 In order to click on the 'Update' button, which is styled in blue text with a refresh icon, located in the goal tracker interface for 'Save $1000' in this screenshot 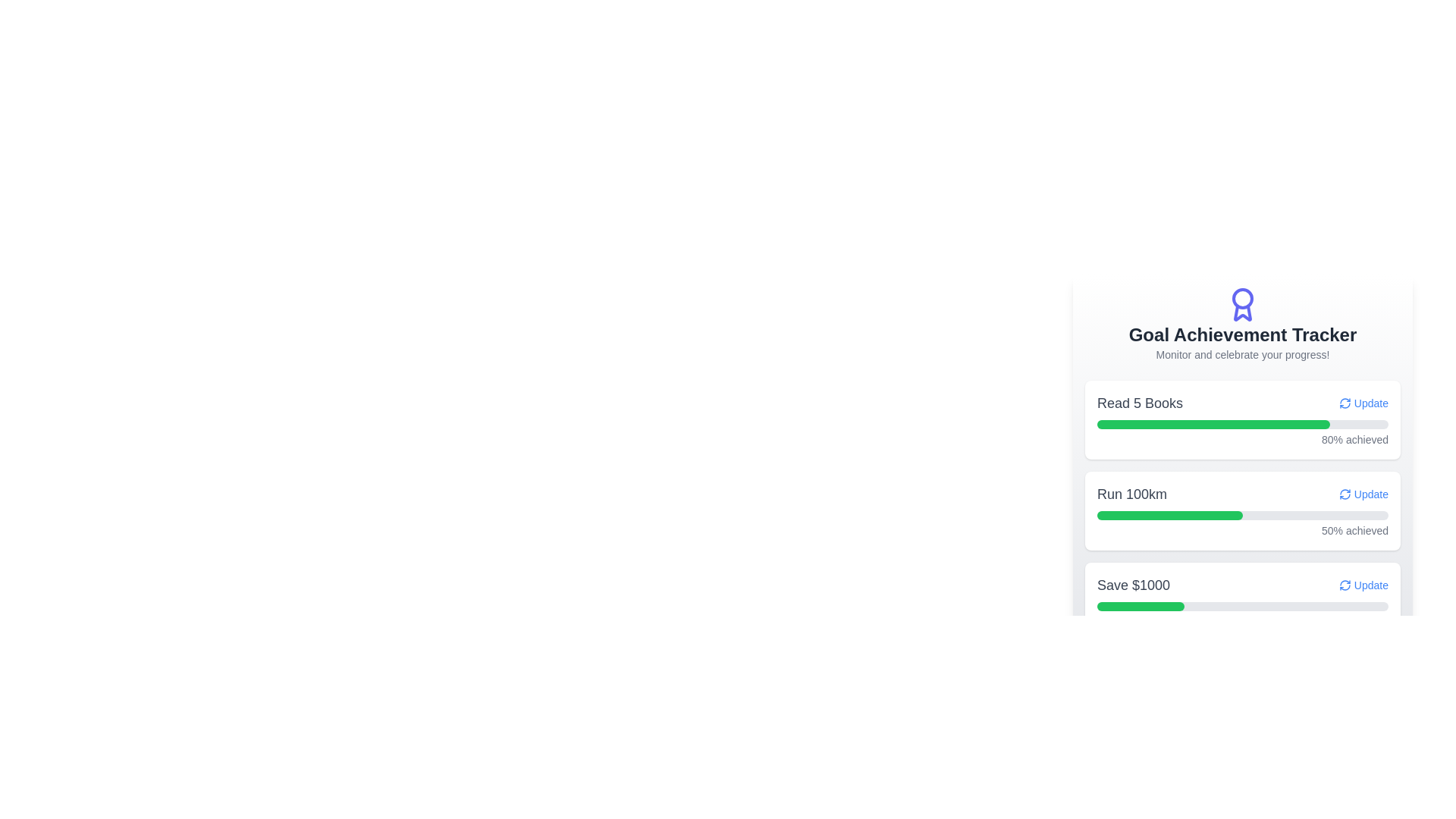, I will do `click(1363, 584)`.